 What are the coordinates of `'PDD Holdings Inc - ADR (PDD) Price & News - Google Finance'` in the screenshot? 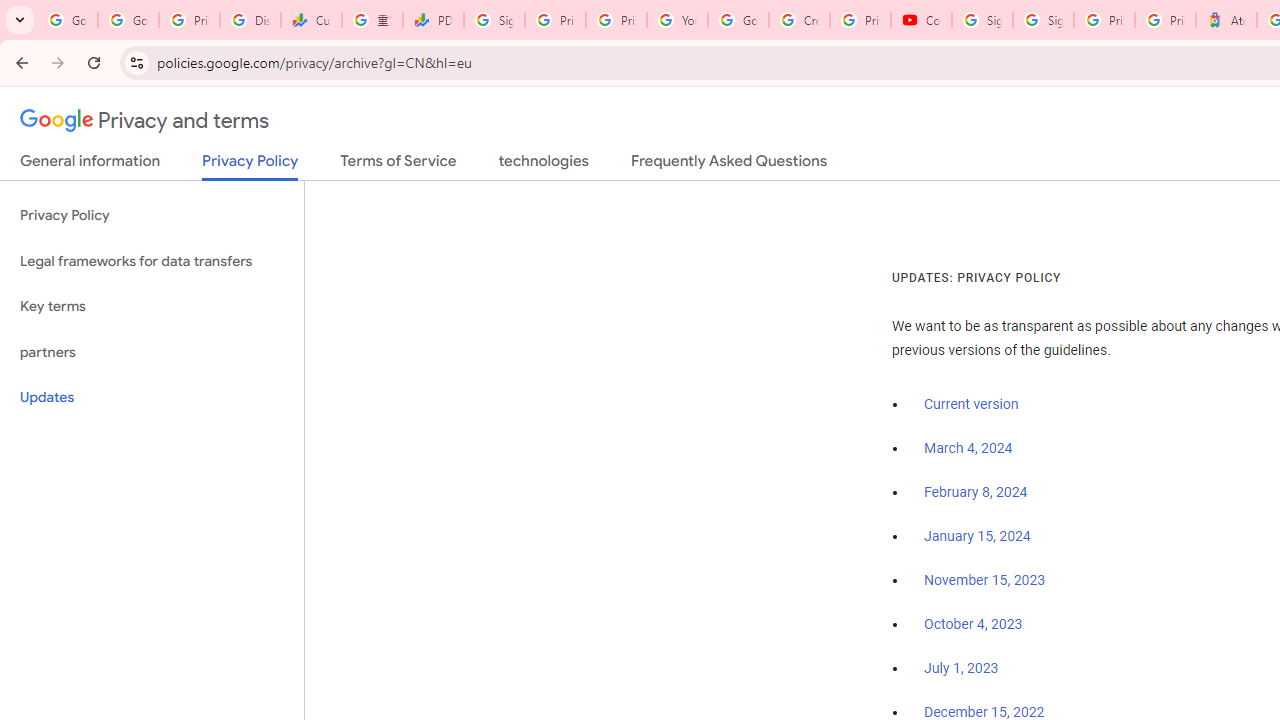 It's located at (432, 20).